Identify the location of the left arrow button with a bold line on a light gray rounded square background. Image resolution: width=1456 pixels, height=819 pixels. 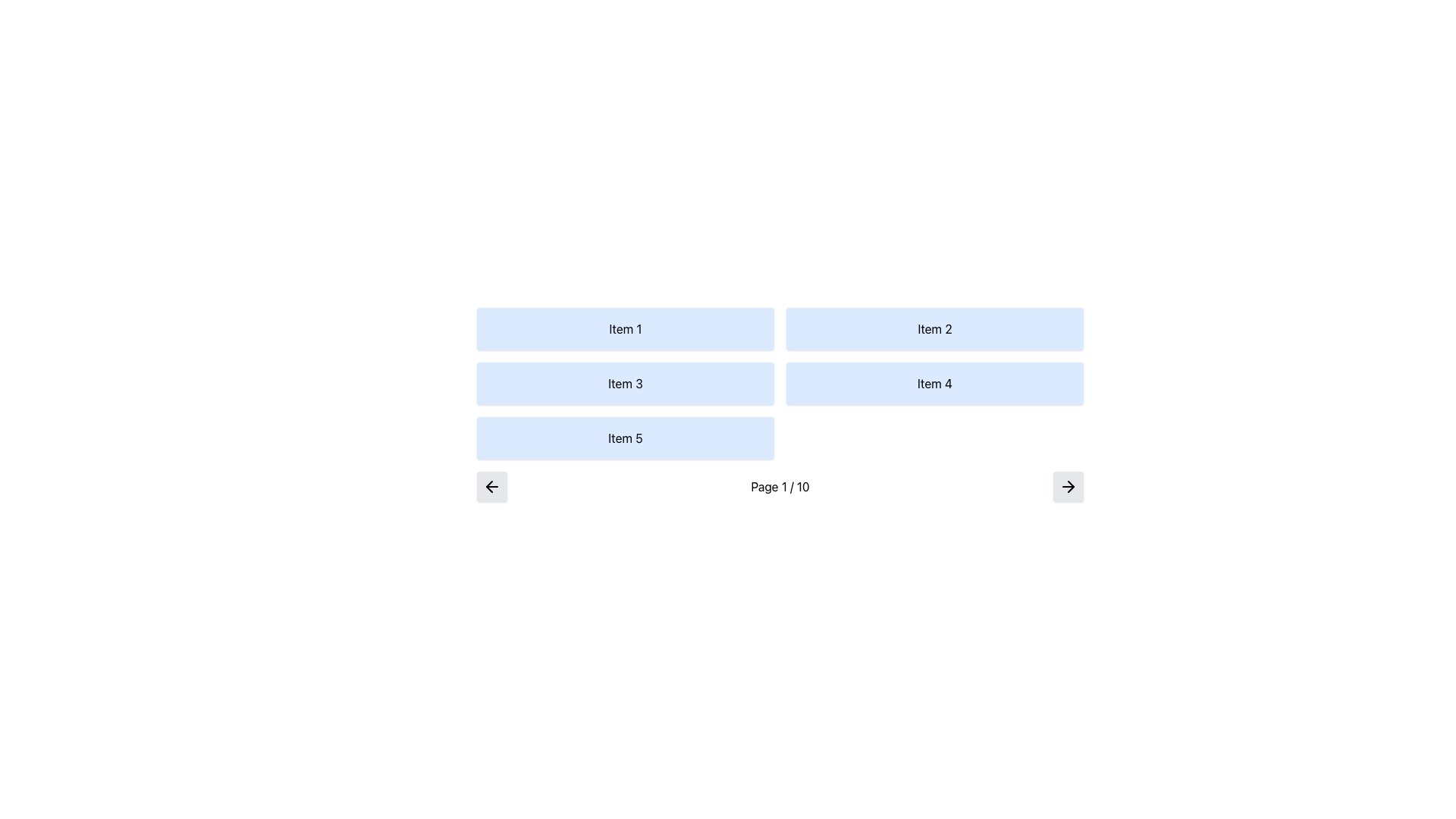
(491, 486).